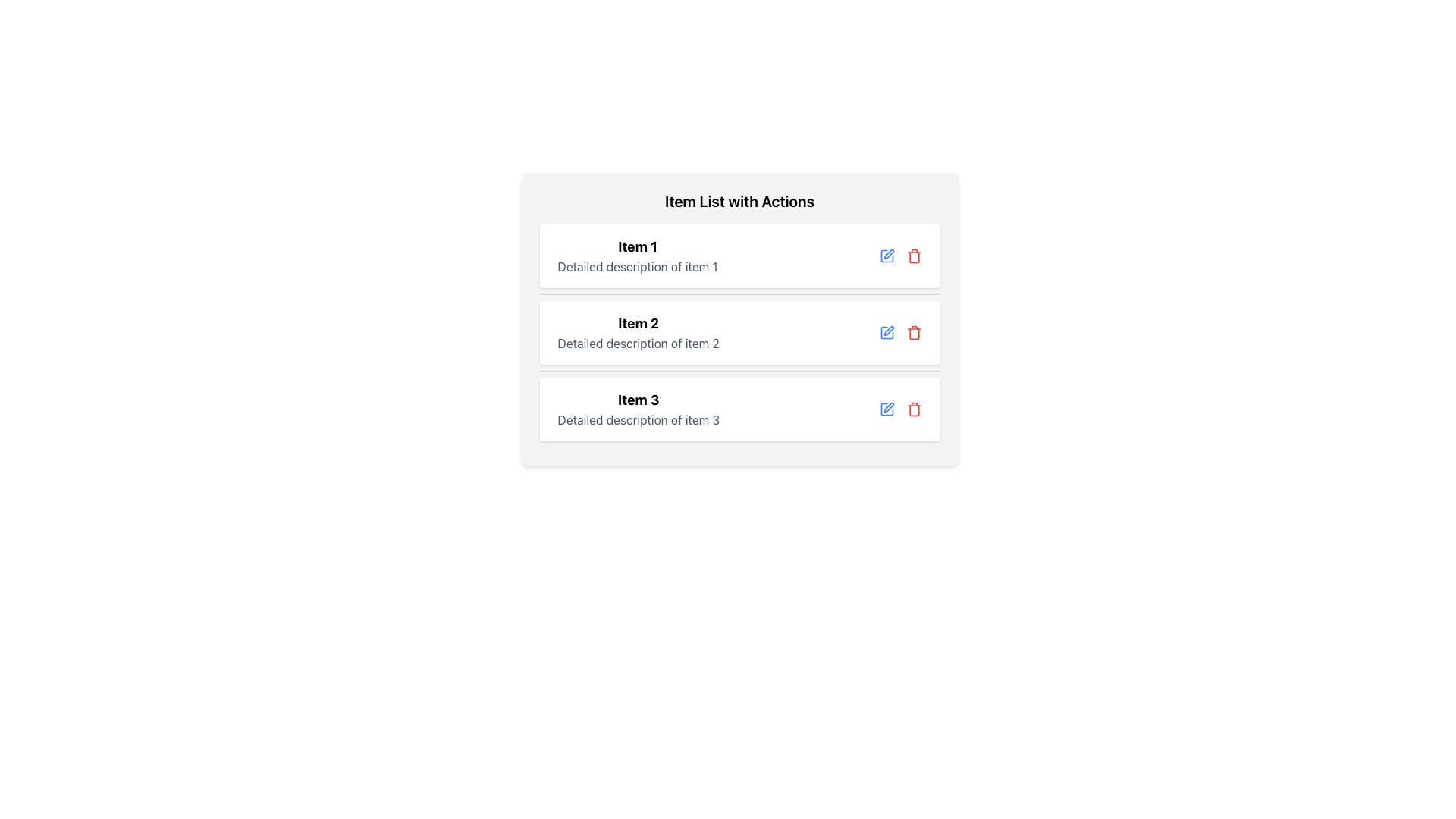 The width and height of the screenshot is (1456, 819). Describe the element at coordinates (637, 246) in the screenshot. I see `bold, large-sized text label that reads 'Item 1', which is prominently styled in black and located in the header of the first item in the list` at that location.